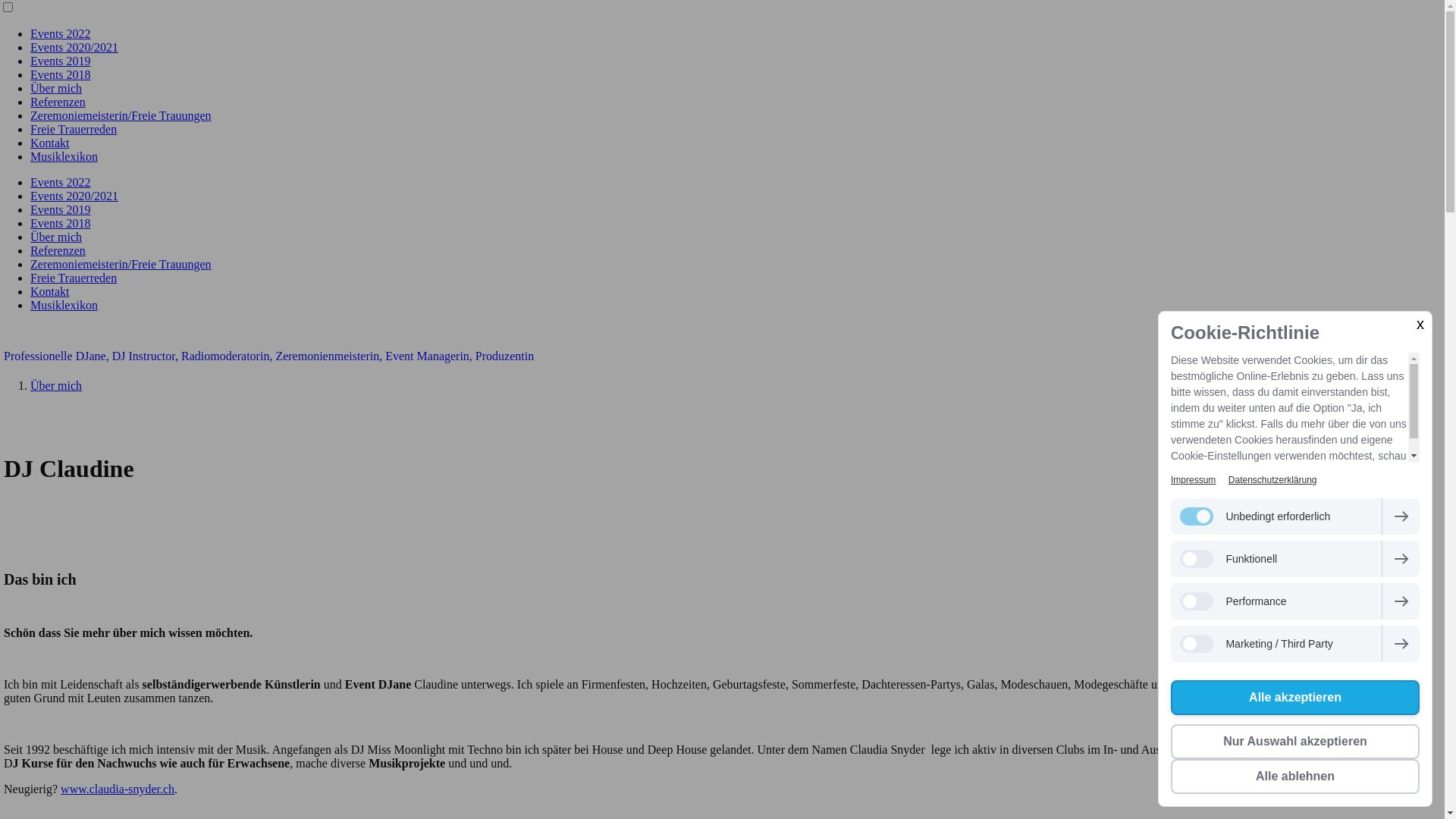 The width and height of the screenshot is (1456, 819). I want to click on 'Zeremoniemeisterin/Freie Trauungen', so click(120, 263).